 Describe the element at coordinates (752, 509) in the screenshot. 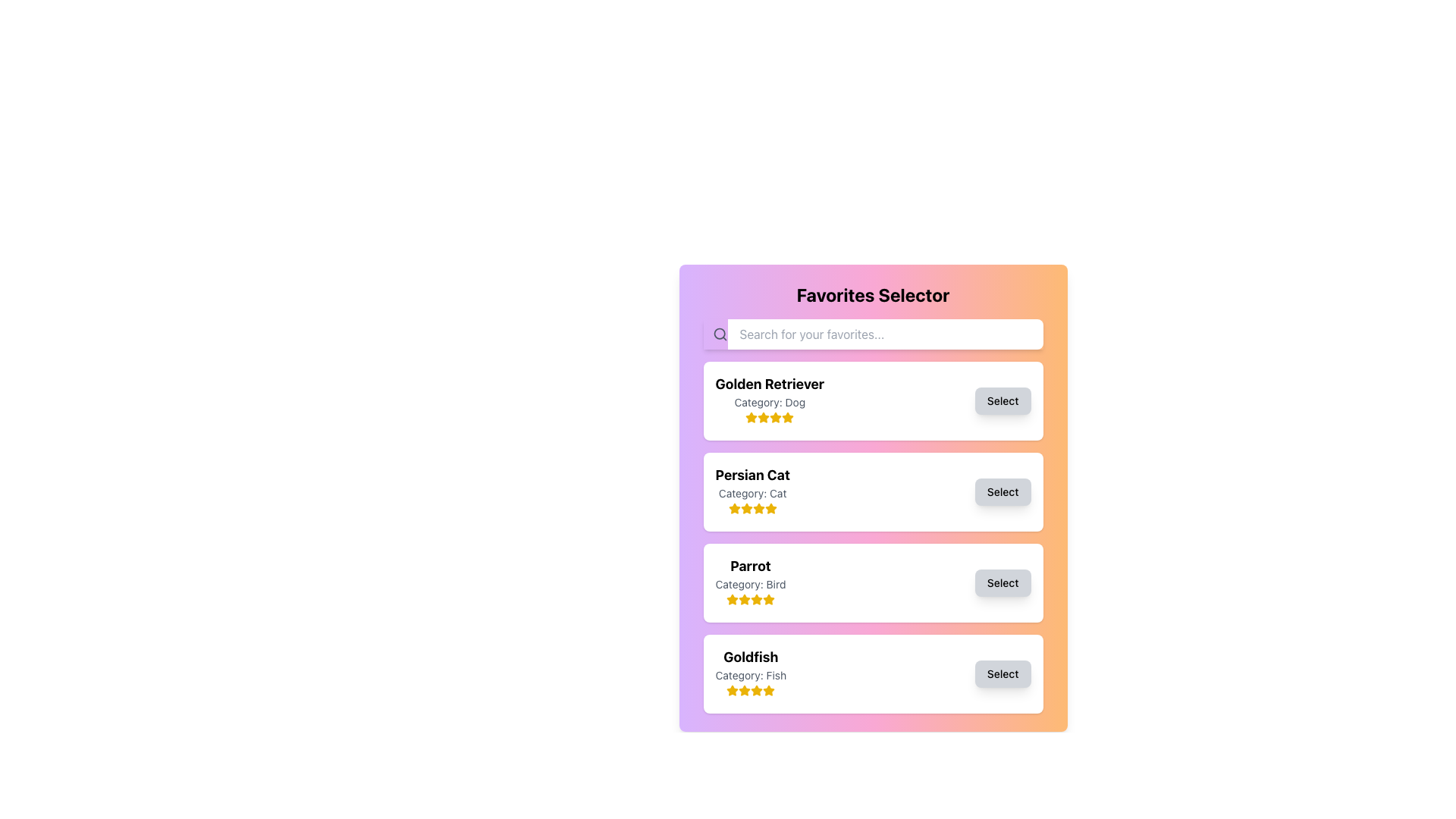

I see `the third star icon in the rating system under the 'Persian Cat' card` at that location.